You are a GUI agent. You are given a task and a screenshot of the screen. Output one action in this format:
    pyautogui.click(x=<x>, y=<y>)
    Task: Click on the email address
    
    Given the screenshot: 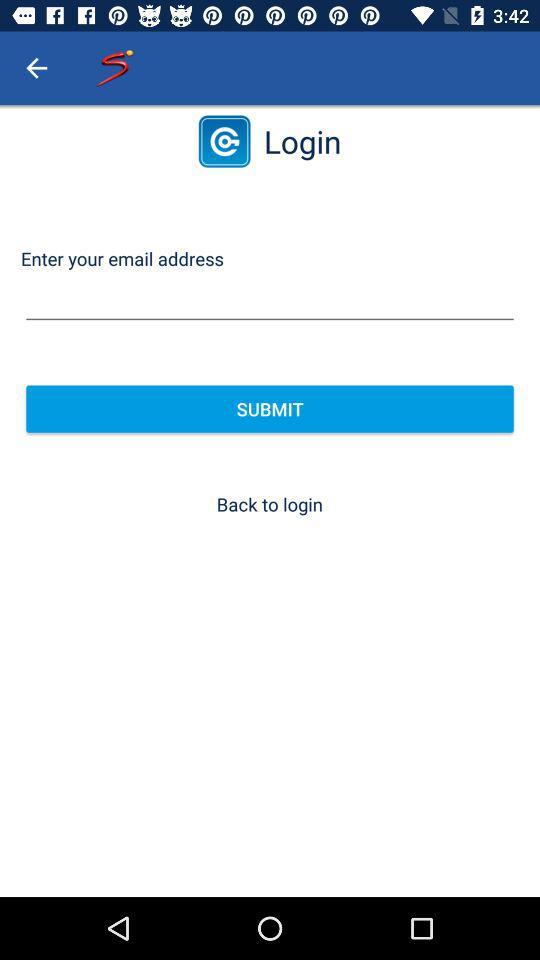 What is the action you would take?
    pyautogui.click(x=270, y=299)
    